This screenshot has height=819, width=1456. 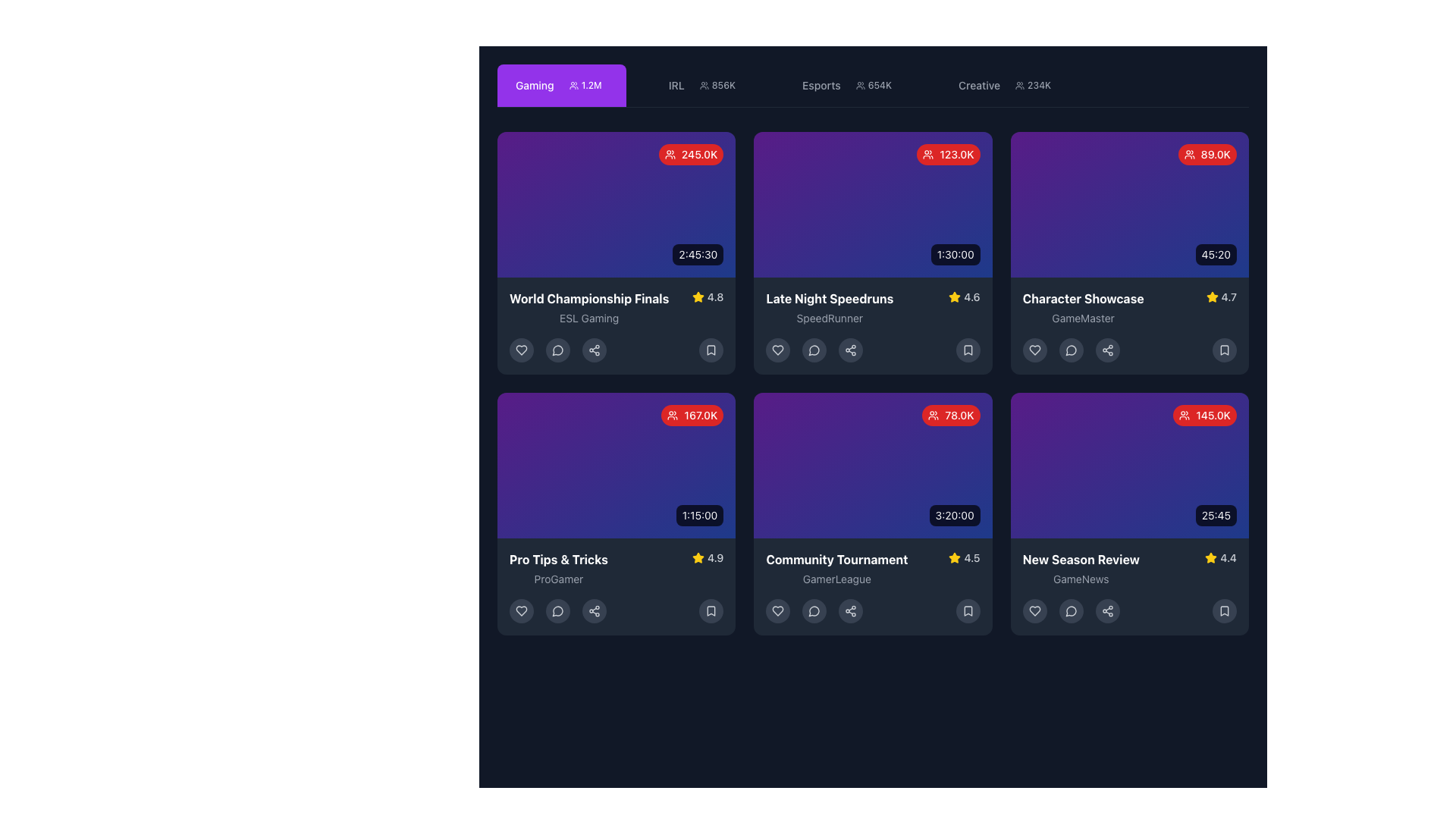 I want to click on the Text label displaying the rating score '4.7' adjacent to the star icon in the bottom-right corner of the 'Character Showcase' card, so click(x=1228, y=297).